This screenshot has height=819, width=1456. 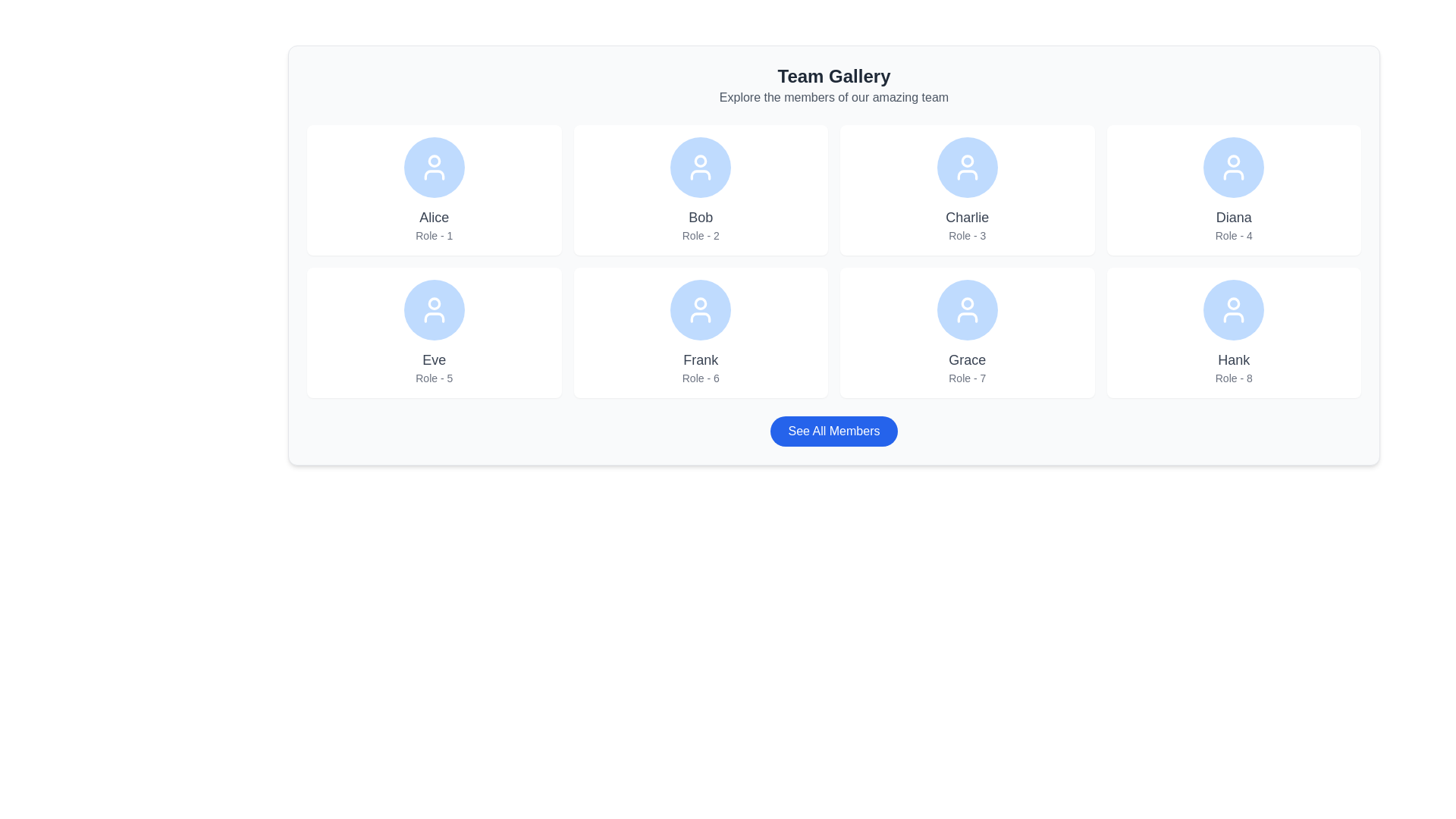 I want to click on the 'See All Members' button with a blue background and white text located at the bottom of the 'Team Gallery' section, so click(x=833, y=431).